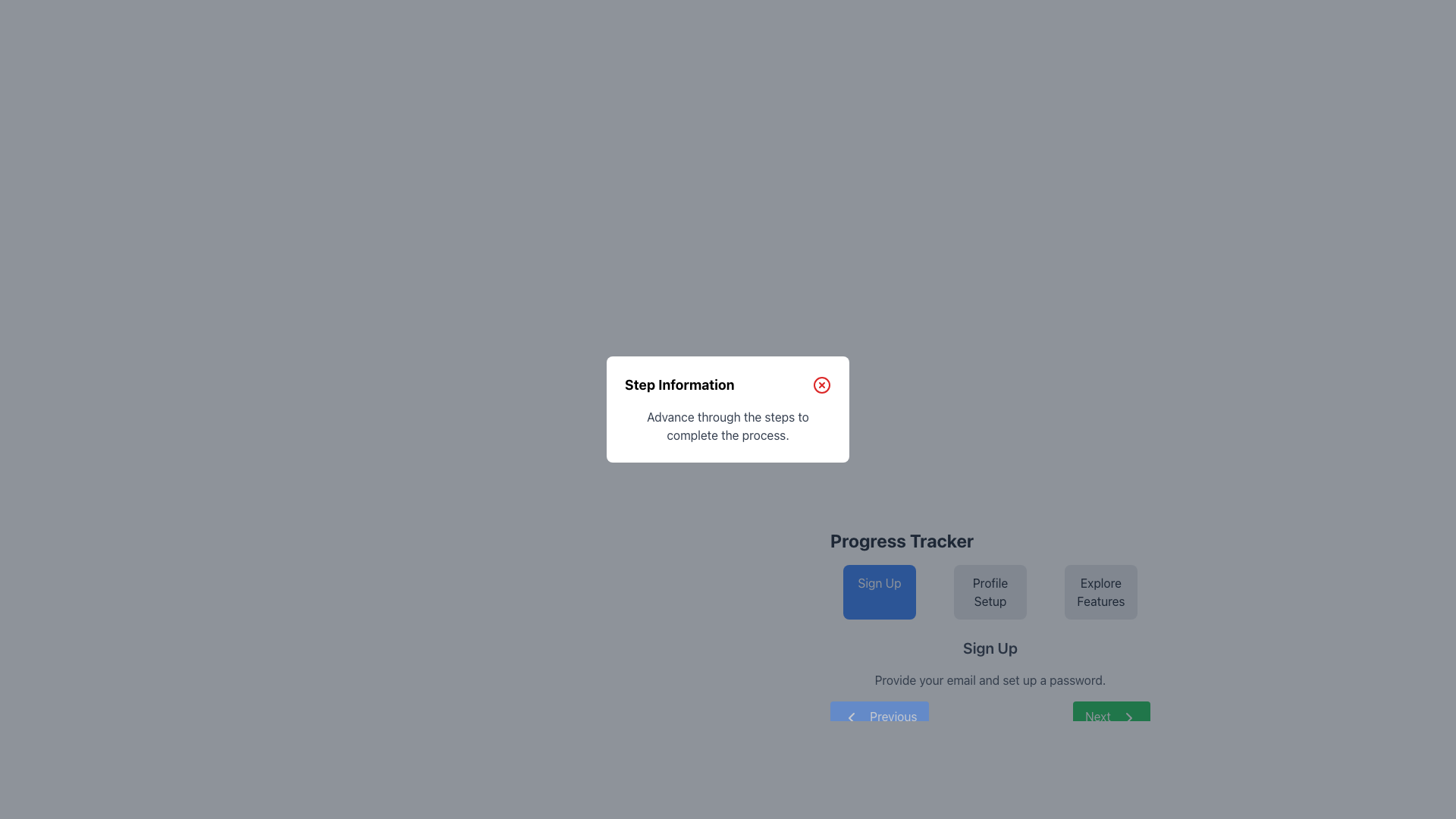 This screenshot has width=1456, height=819. Describe the element at coordinates (990, 591) in the screenshot. I see `the 'Profile Setup' button, which is a rectangular button with rounded corners and a light gray background, located in the 'Progress Tracker' section, centrally positioned between 'Sign Up' and 'Explore Features'` at that location.